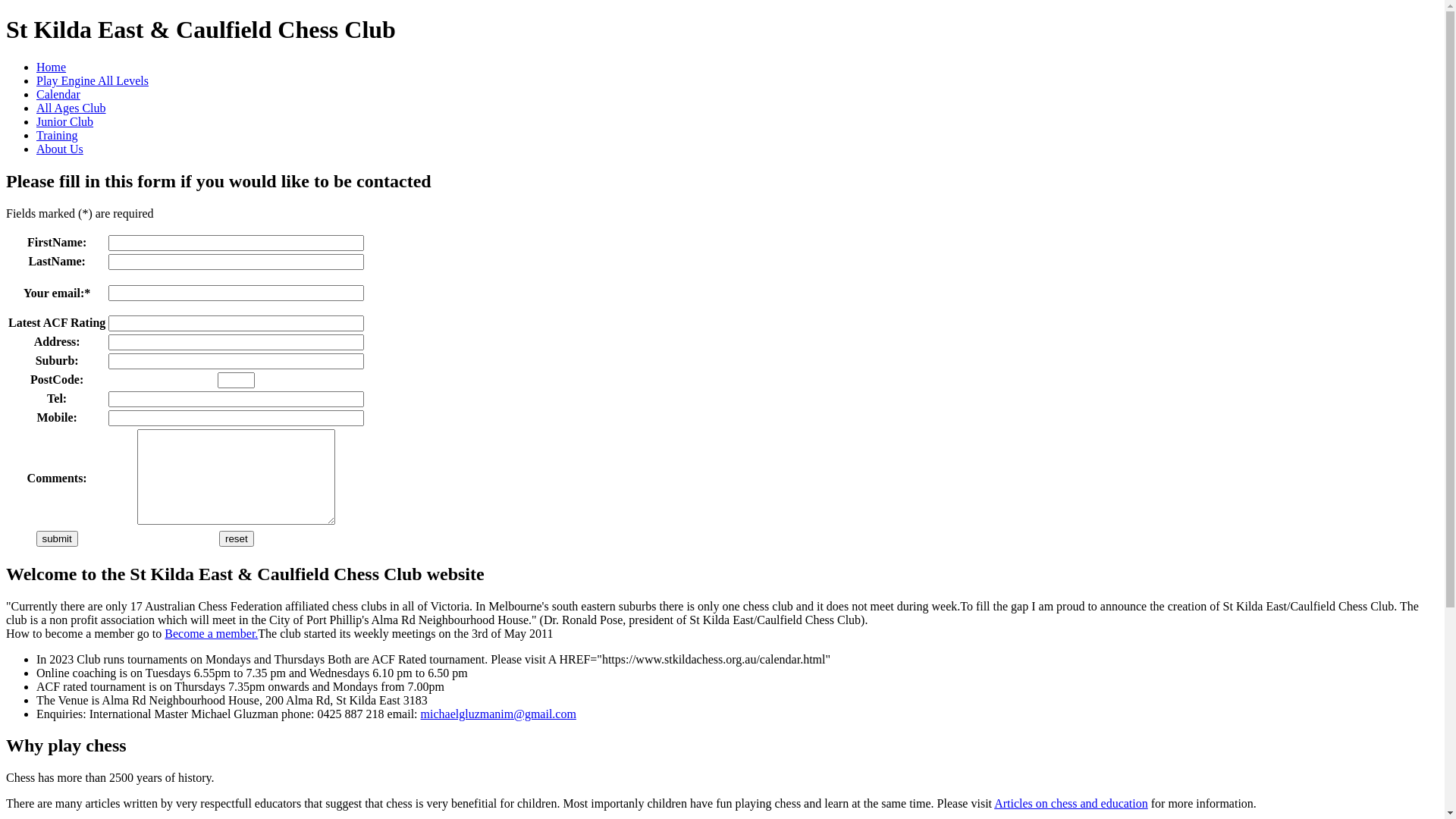  I want to click on 'submit', so click(36, 538).